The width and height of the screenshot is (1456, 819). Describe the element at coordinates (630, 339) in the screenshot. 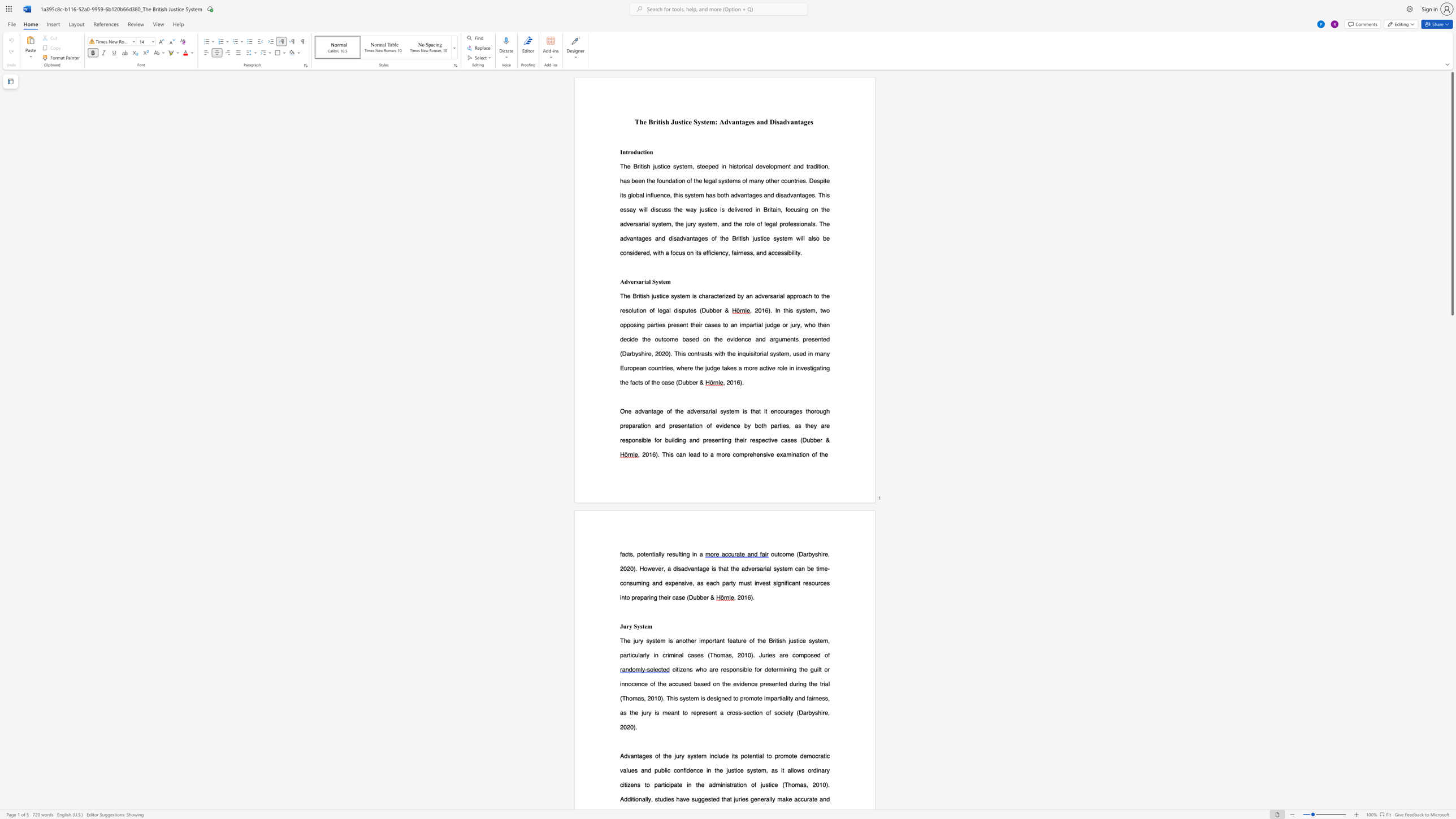

I see `the subset text "ide the outcome based on the evidence and ar" within the text ". In this system, two opposing parties present their cases to an impartial judge or jury, who then decide the outcome based on the evidence and arguments presented (Darbyshire,"` at that location.